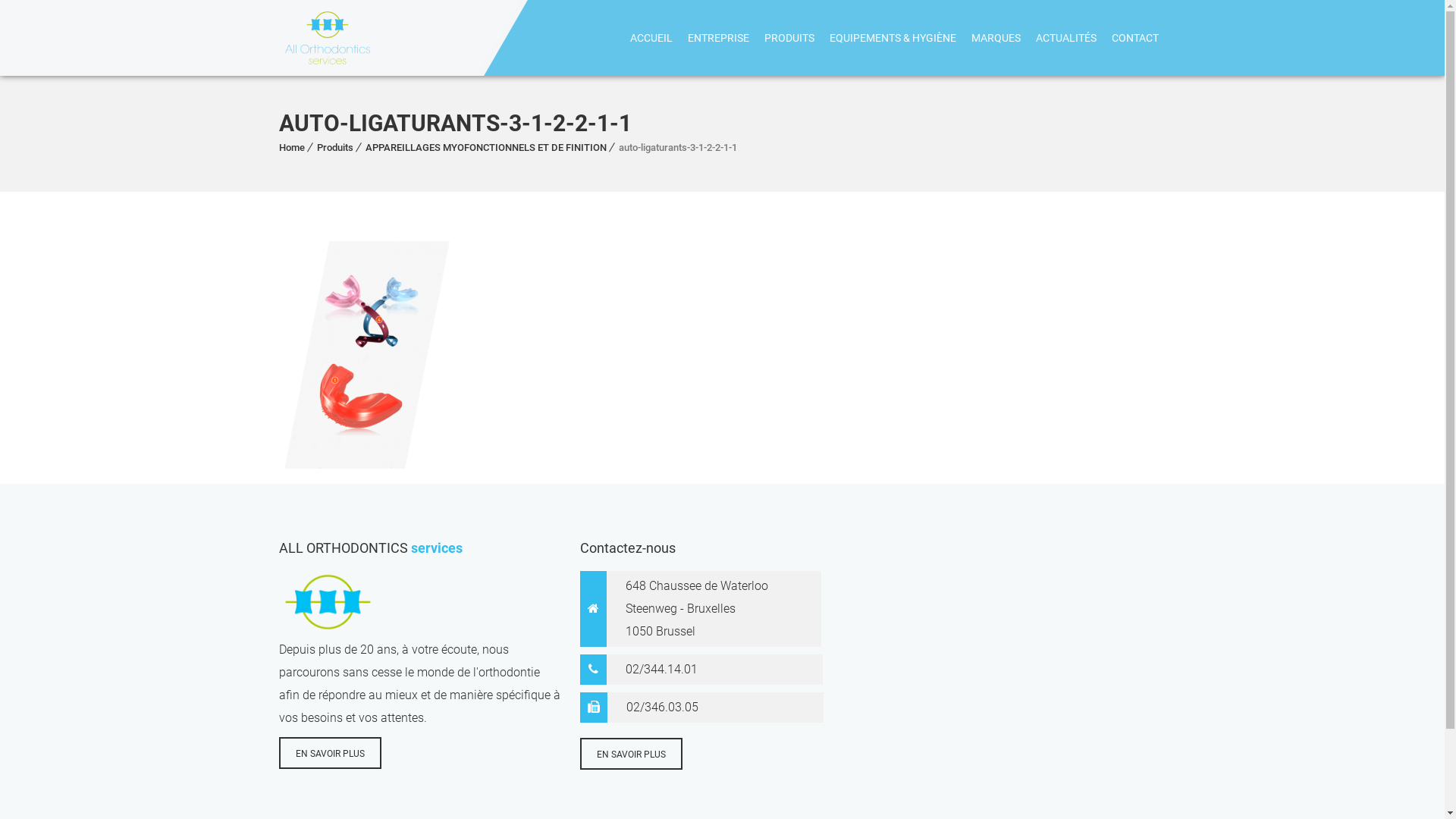  I want to click on 'PRODUITS', so click(789, 37).